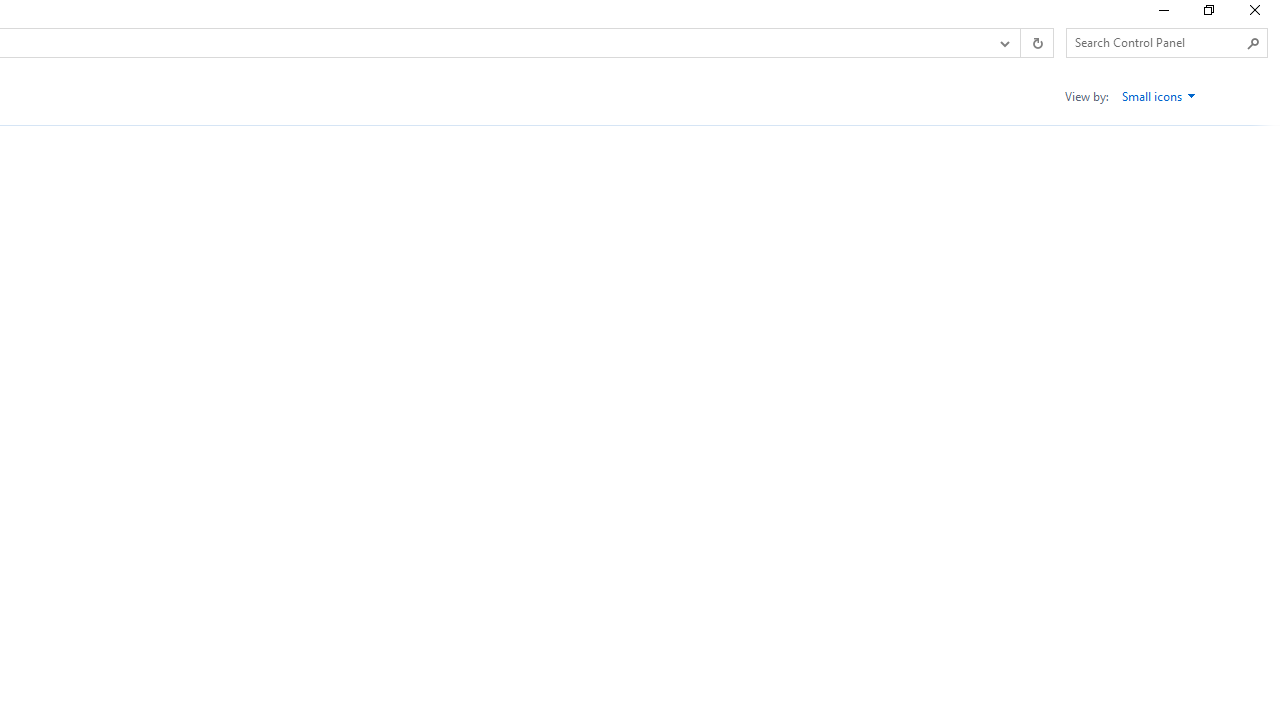  I want to click on 'Restore', so click(1207, 15).